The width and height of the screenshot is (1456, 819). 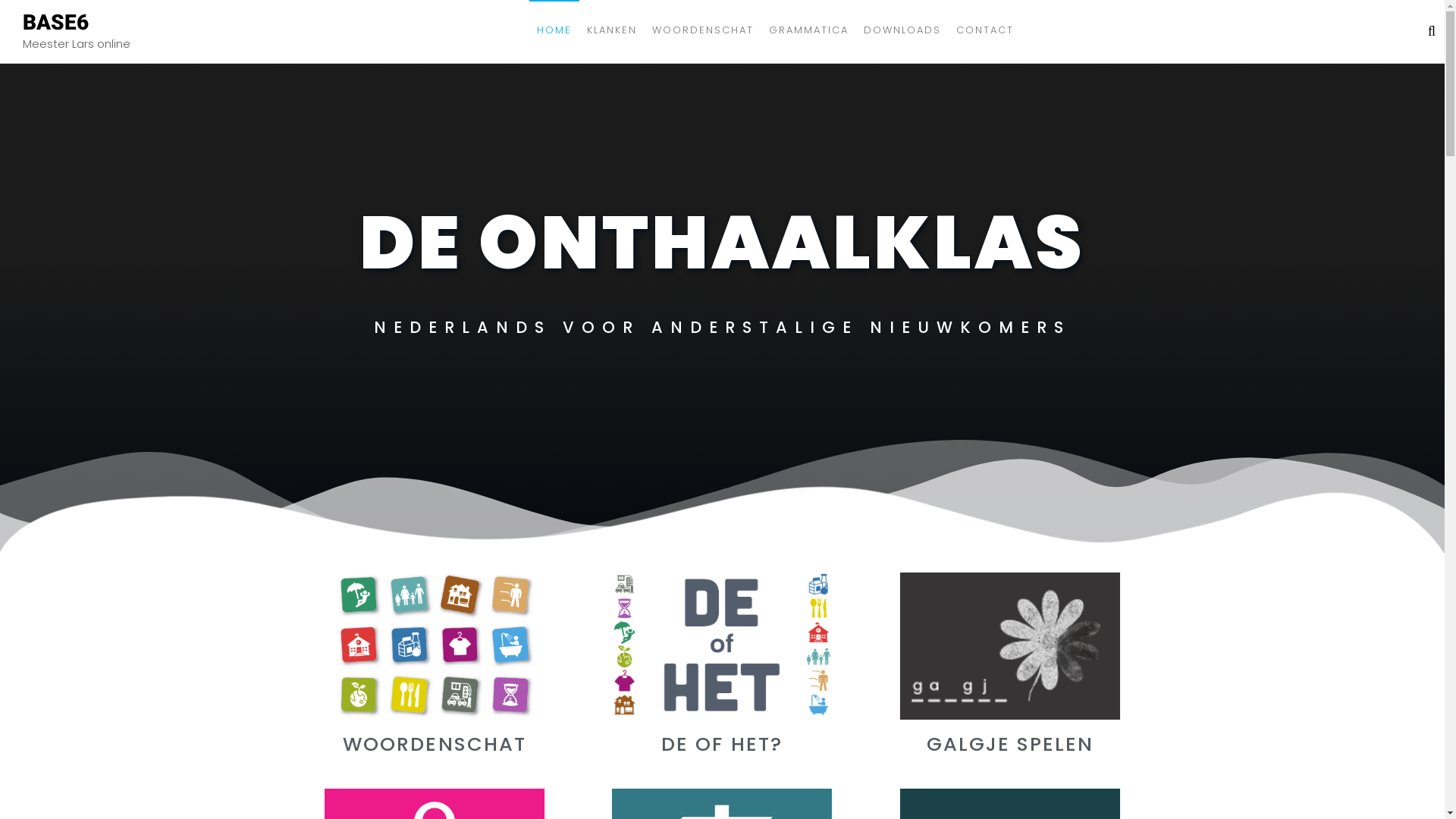 What do you see at coordinates (855, 30) in the screenshot?
I see `'DOWNLOADS'` at bounding box center [855, 30].